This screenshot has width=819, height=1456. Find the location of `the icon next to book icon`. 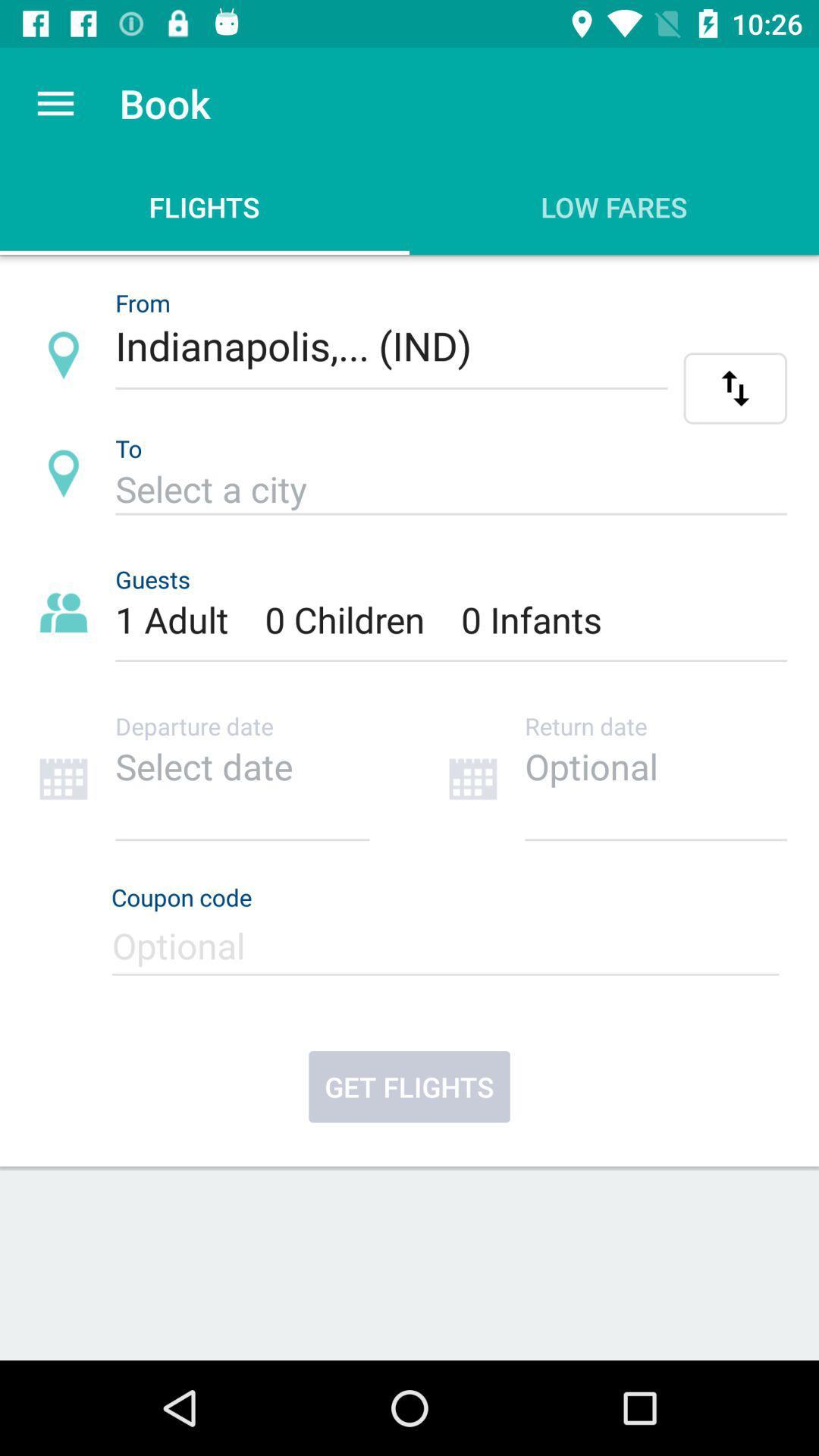

the icon next to book icon is located at coordinates (55, 102).